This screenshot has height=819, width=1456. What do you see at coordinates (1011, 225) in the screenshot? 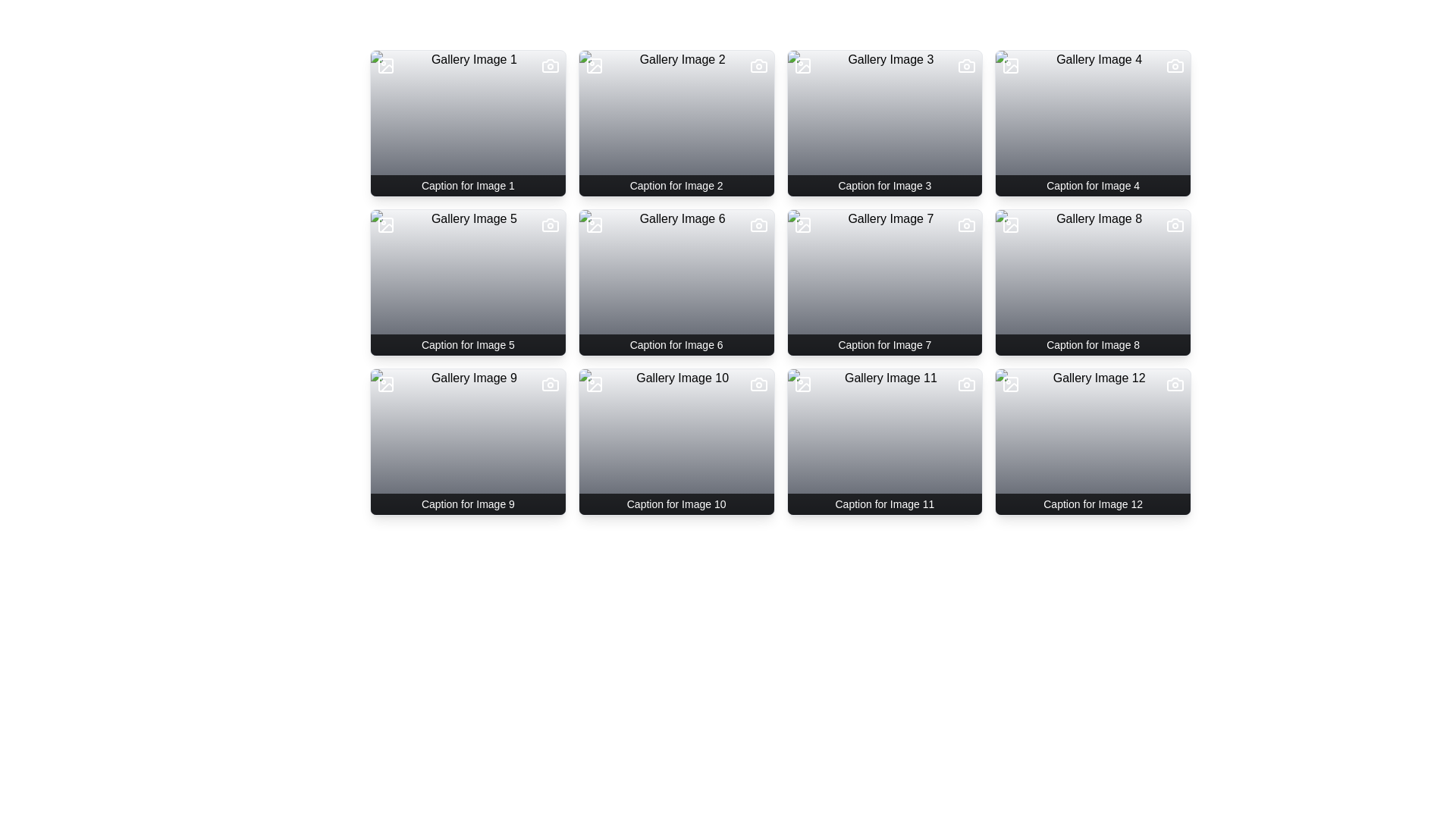
I see `the rounded rectangle SVG graphical element located in the top-left corner of the eighth grid item in the gallery layout` at bounding box center [1011, 225].